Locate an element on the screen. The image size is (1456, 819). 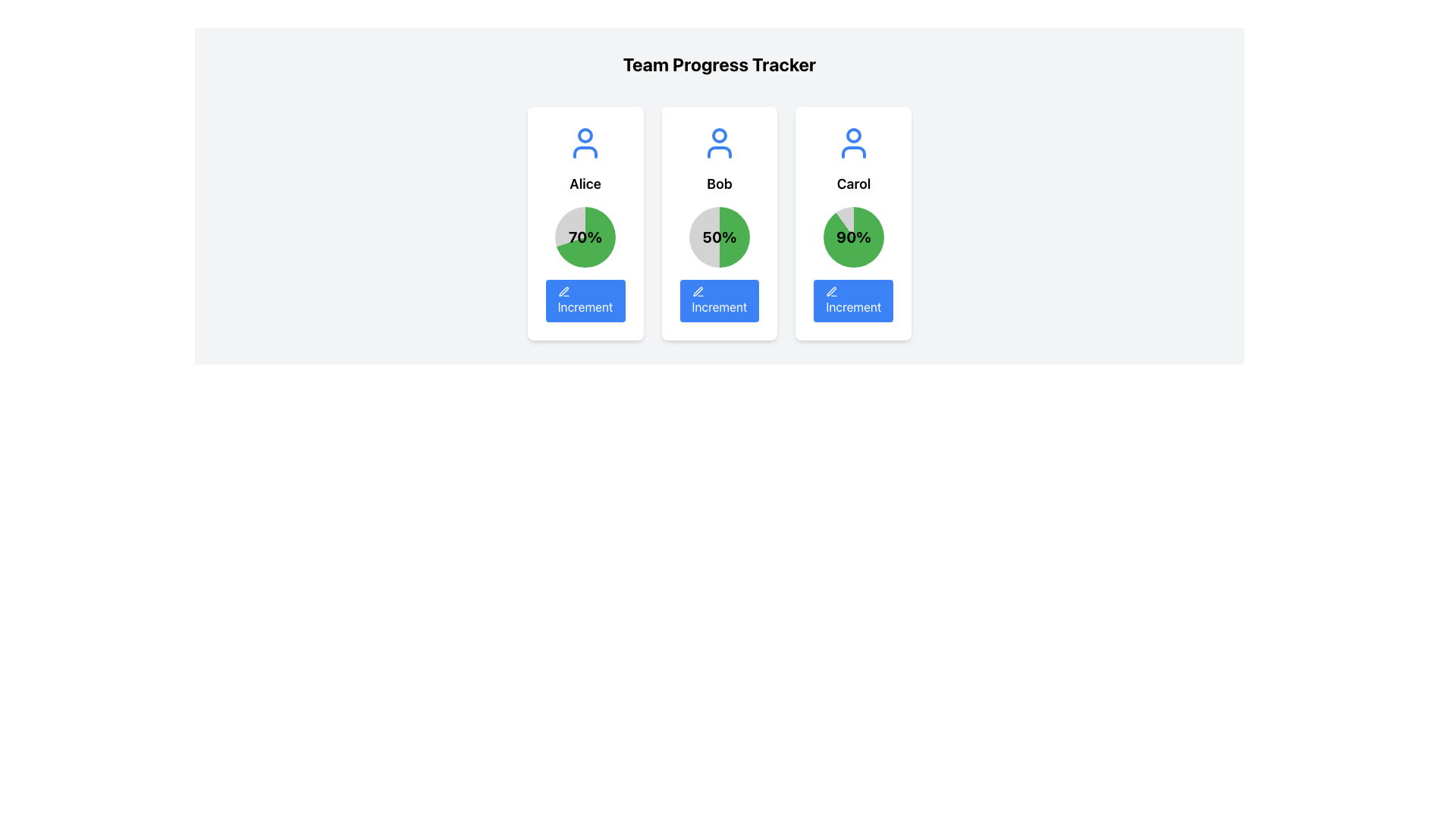
the blue person icon, which is outlined and positioned at the top center of the card labeled 'Bob', aligned above the text 'Bob' and the percentage display '50%' is located at coordinates (719, 143).